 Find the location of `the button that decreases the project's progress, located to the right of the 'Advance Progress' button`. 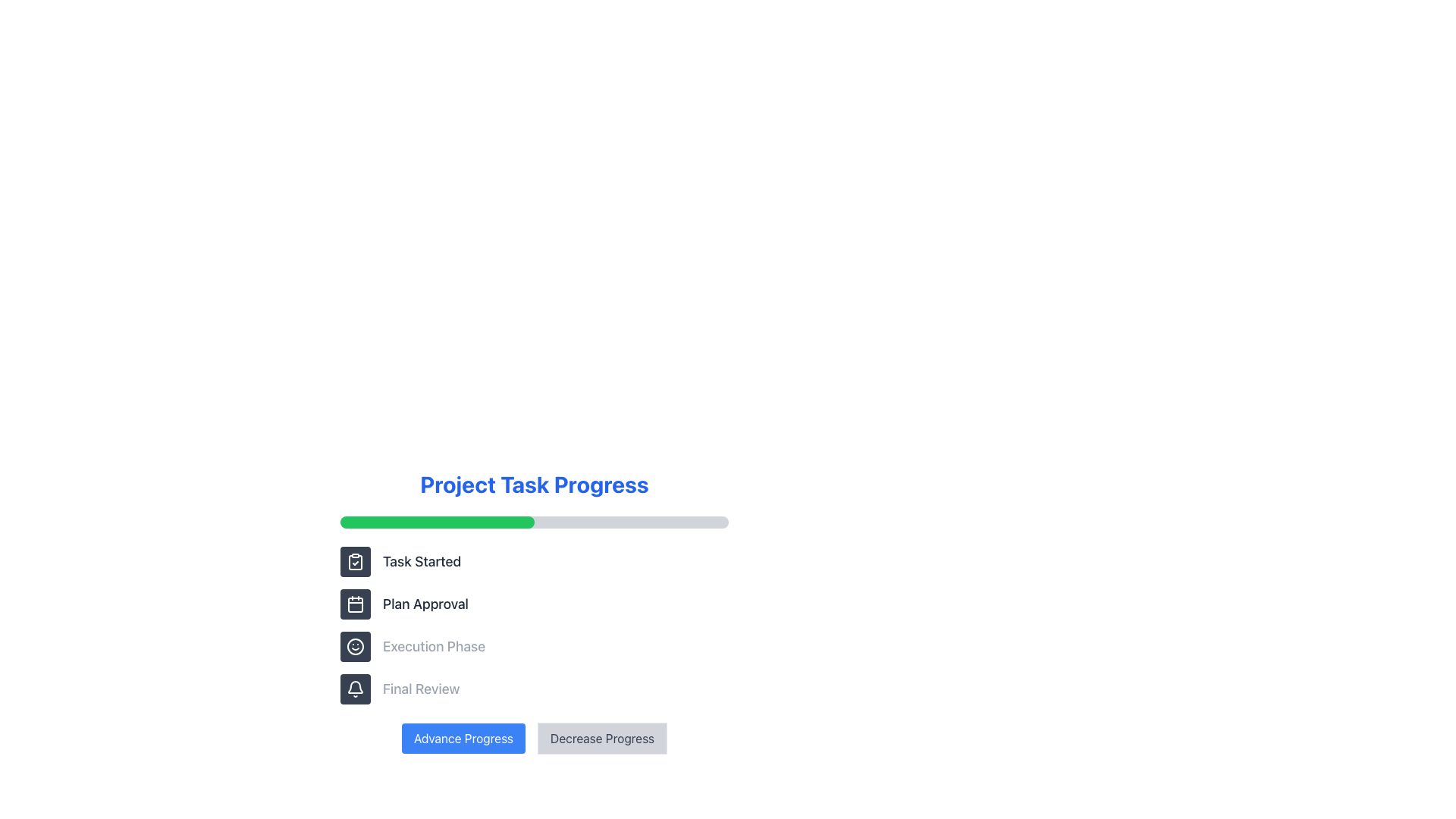

the button that decreases the project's progress, located to the right of the 'Advance Progress' button is located at coordinates (601, 738).